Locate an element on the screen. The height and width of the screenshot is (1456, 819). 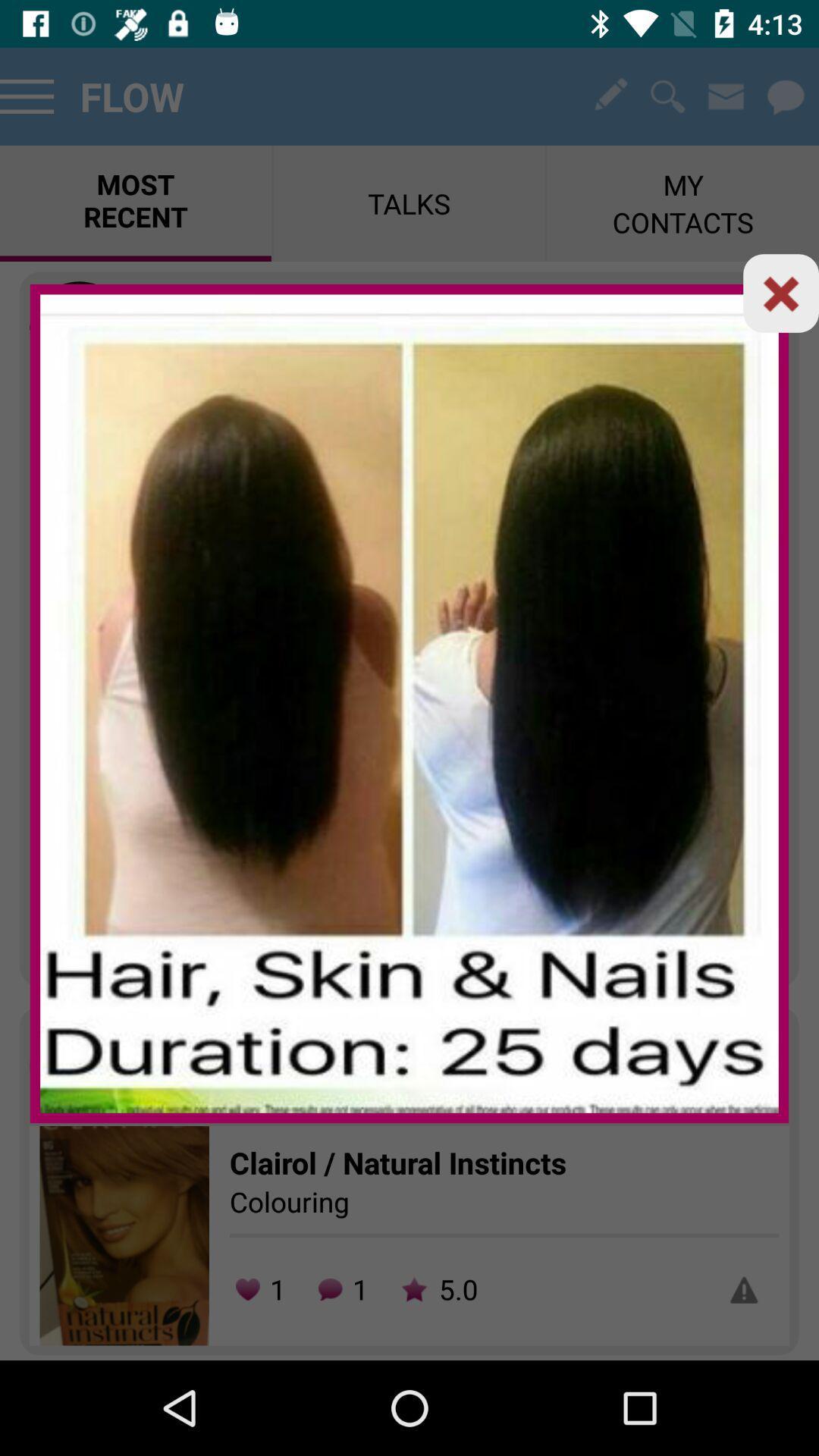
the menu icon is located at coordinates (34, 96).